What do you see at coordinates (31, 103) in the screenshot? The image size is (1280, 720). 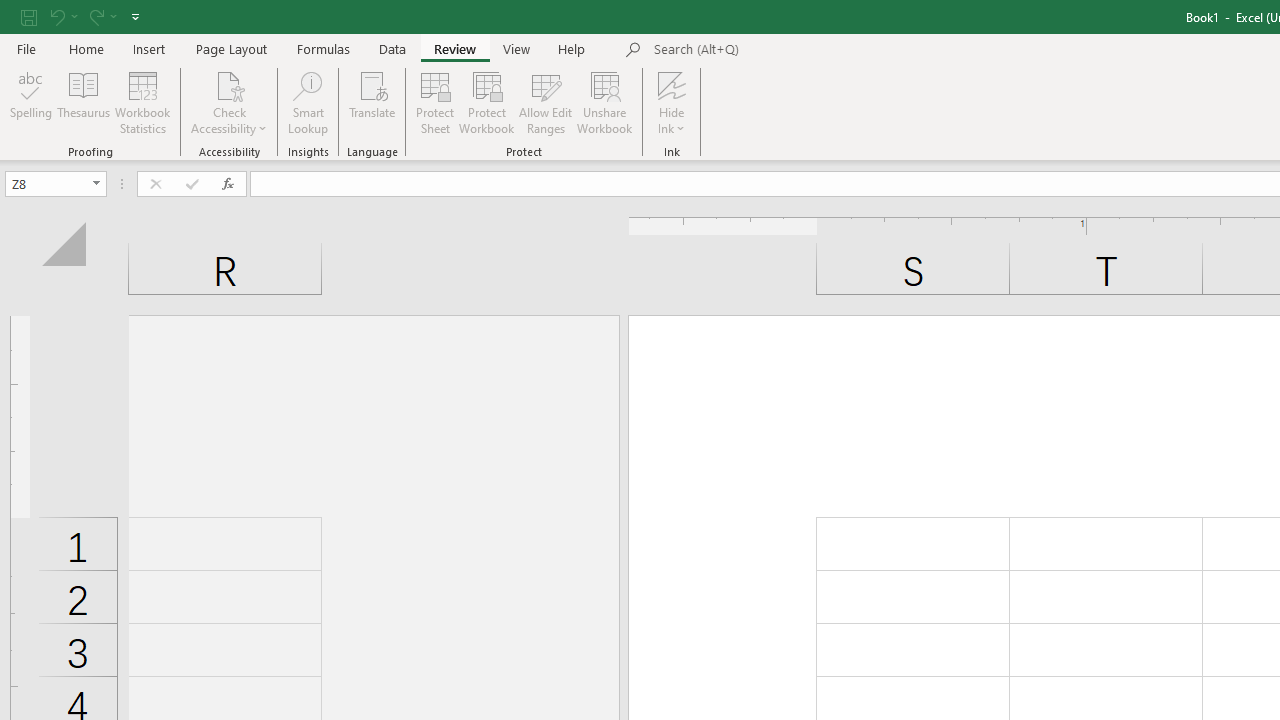 I see `'Spelling...'` at bounding box center [31, 103].